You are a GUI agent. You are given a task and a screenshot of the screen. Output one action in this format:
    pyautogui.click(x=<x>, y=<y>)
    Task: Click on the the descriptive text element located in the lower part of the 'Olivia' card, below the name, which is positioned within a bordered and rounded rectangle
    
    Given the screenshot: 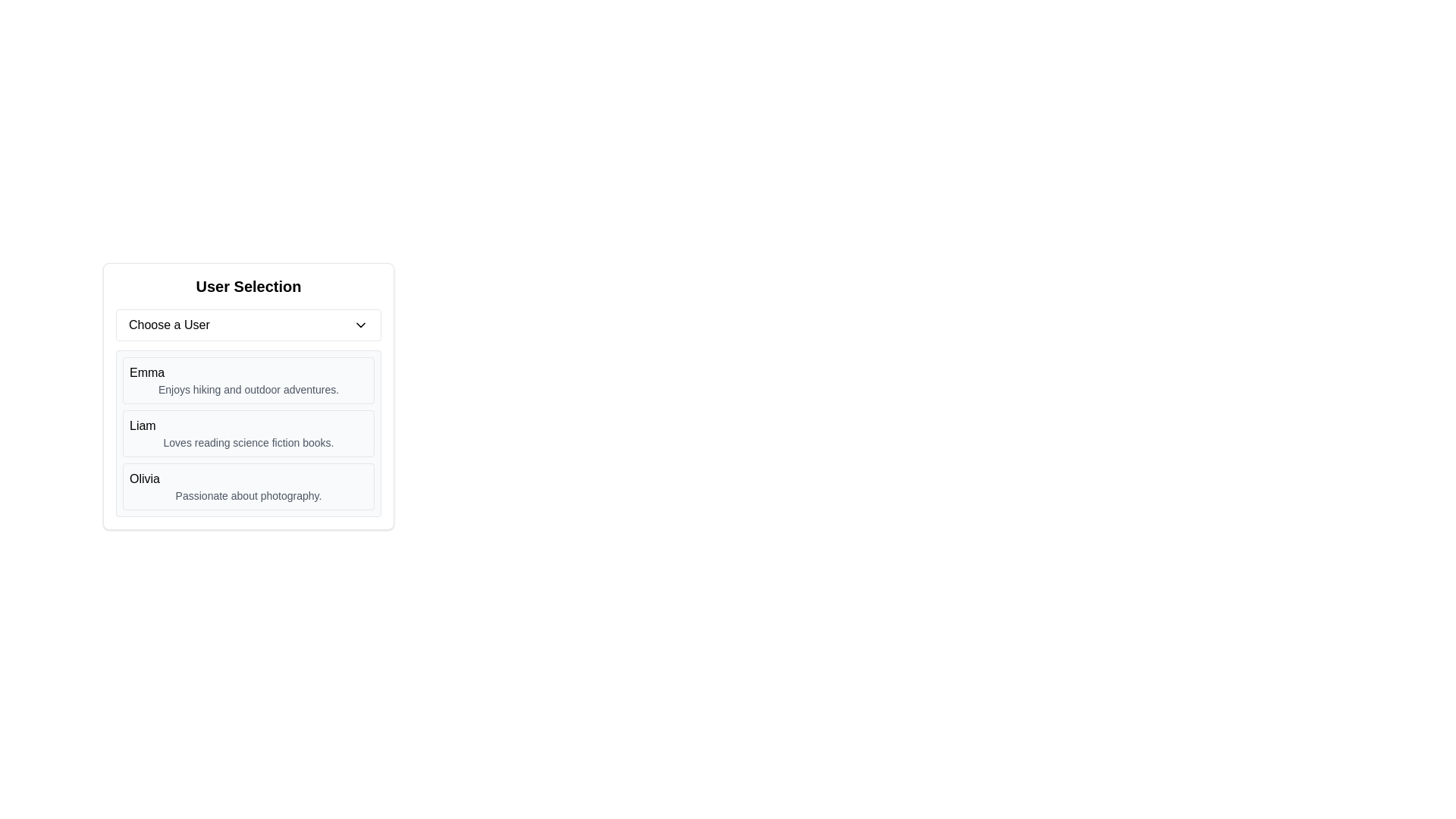 What is the action you would take?
    pyautogui.click(x=248, y=496)
    